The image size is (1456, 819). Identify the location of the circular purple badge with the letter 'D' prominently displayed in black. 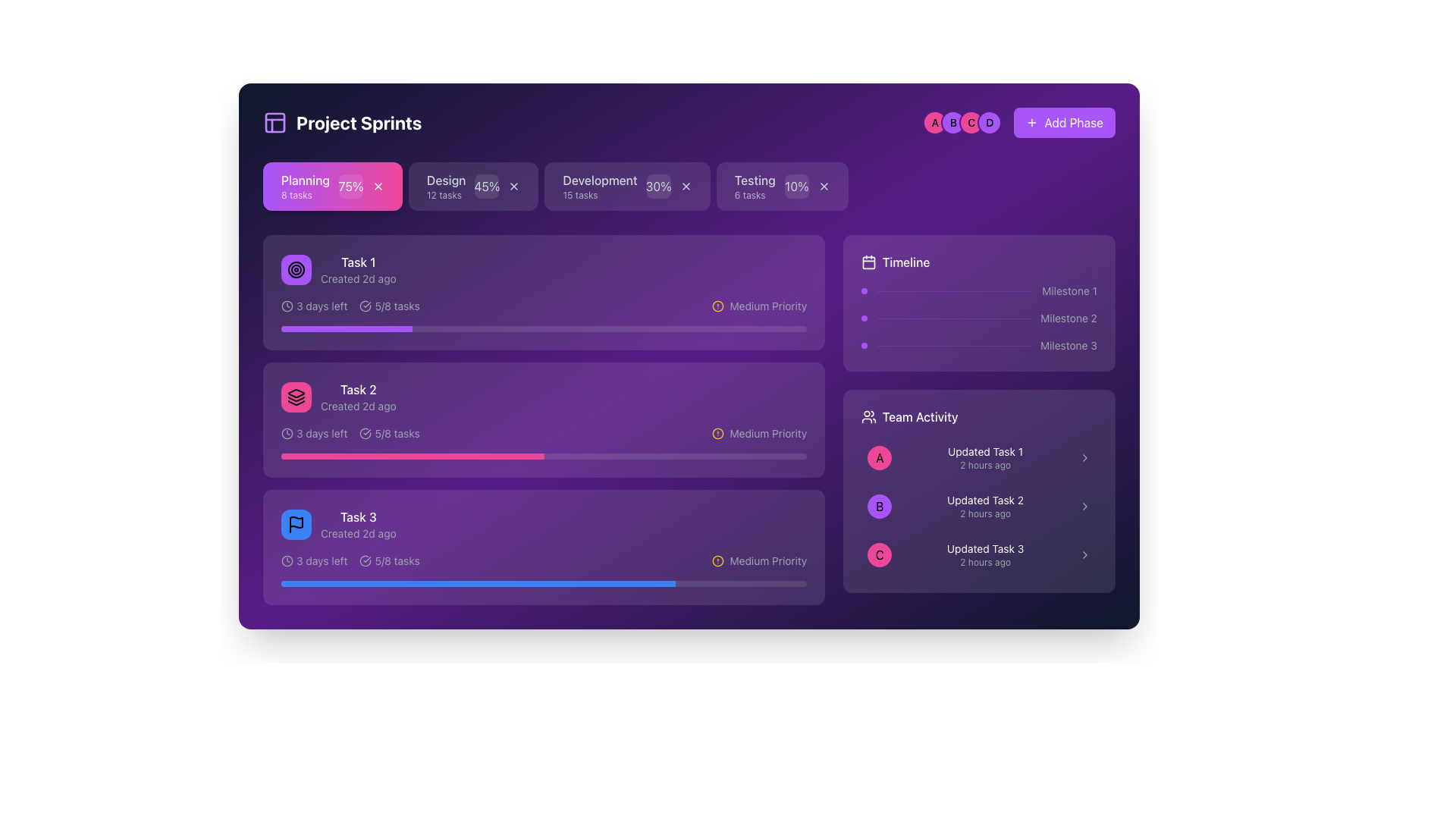
(990, 122).